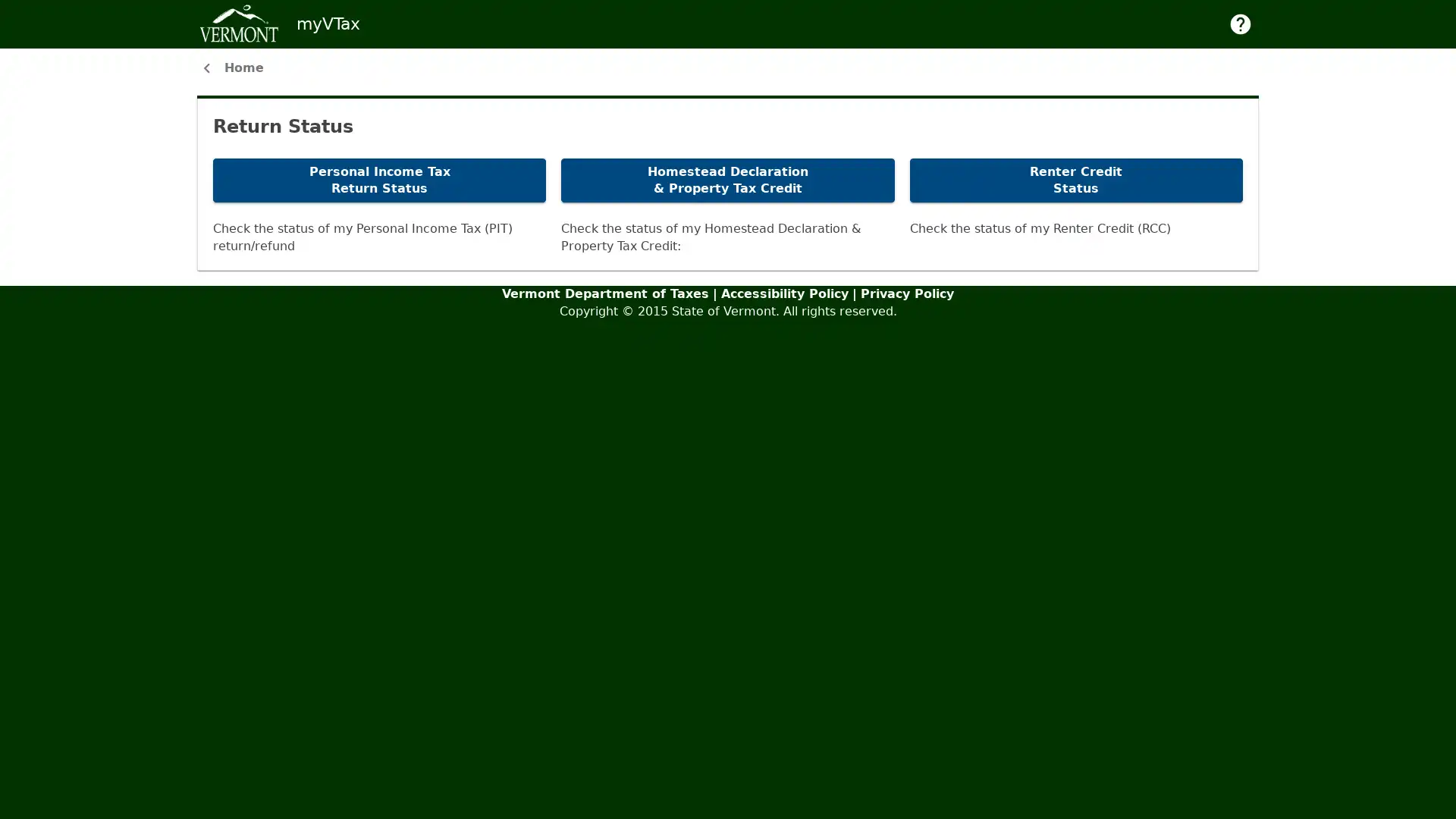  Describe the element at coordinates (379, 179) in the screenshot. I see `Personal Income Tax Return Status` at that location.